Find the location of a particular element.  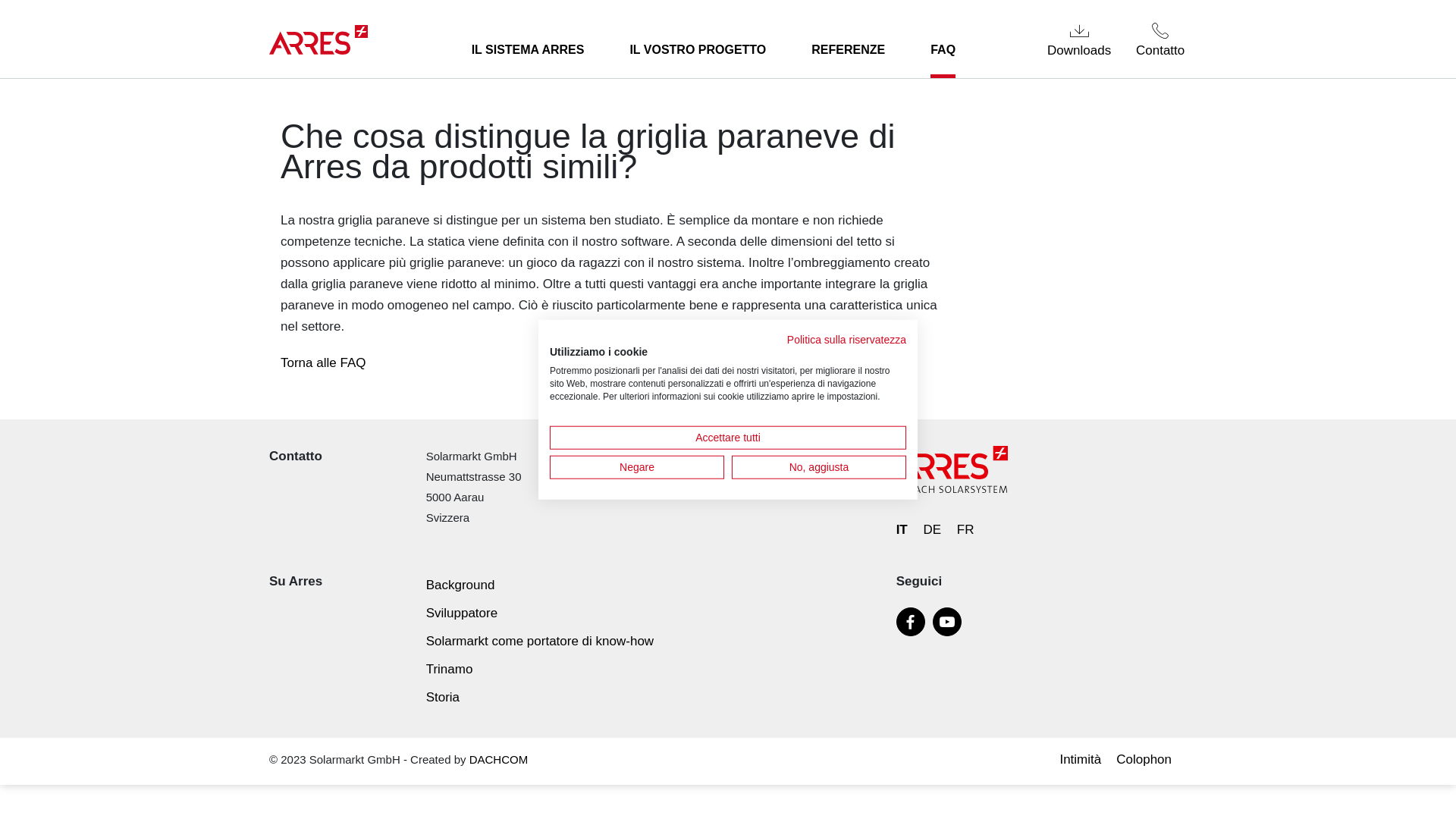

'Background' is located at coordinates (425, 584).